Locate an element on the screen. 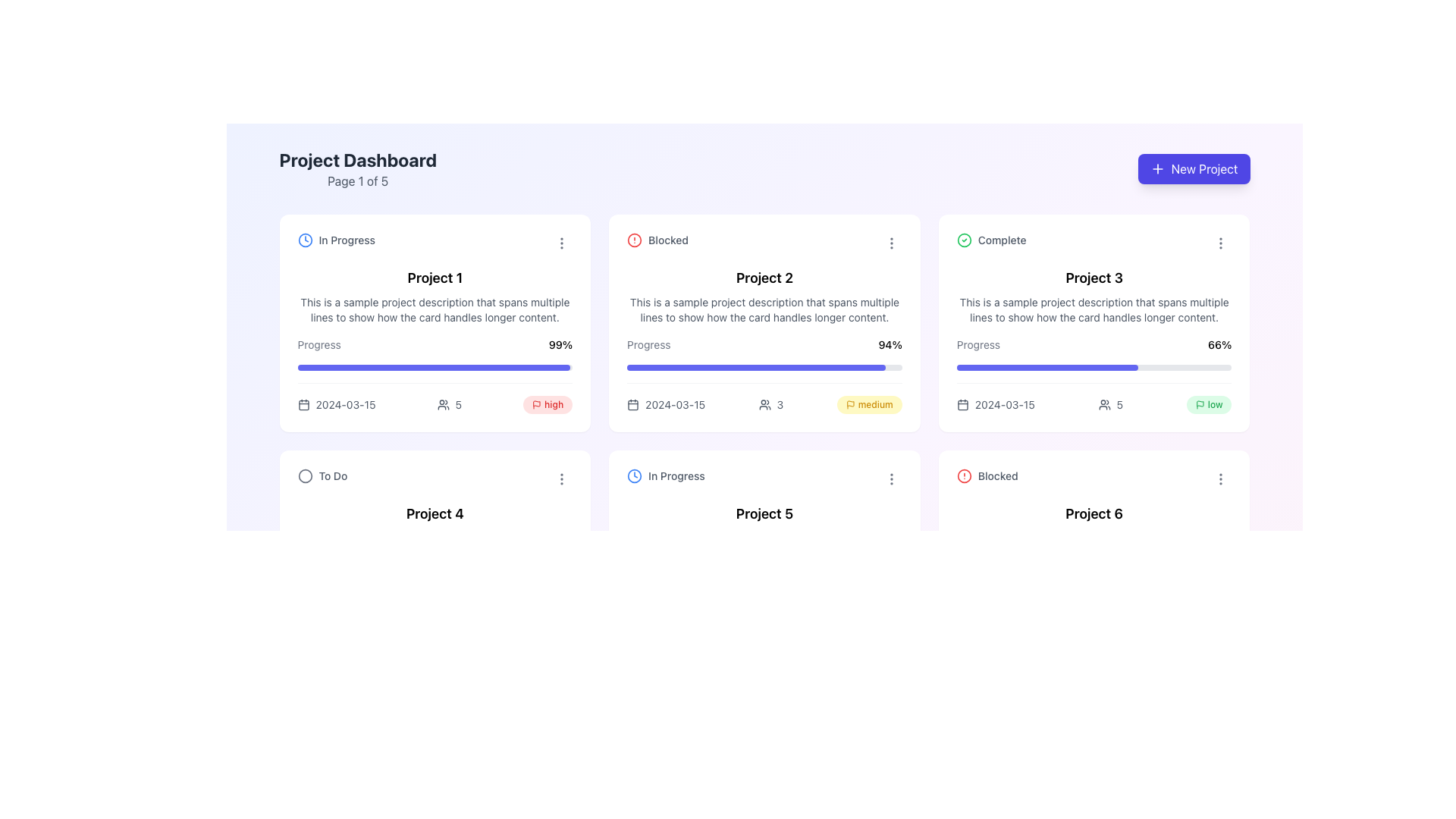 The height and width of the screenshot is (819, 1456). number of members or participants associated with the project displayed in the icon and text grouping located in the 'Project 3' card under the 'Complete' label, positioned between the date '2024-03-15' and the 'low' risk label is located at coordinates (1110, 403).